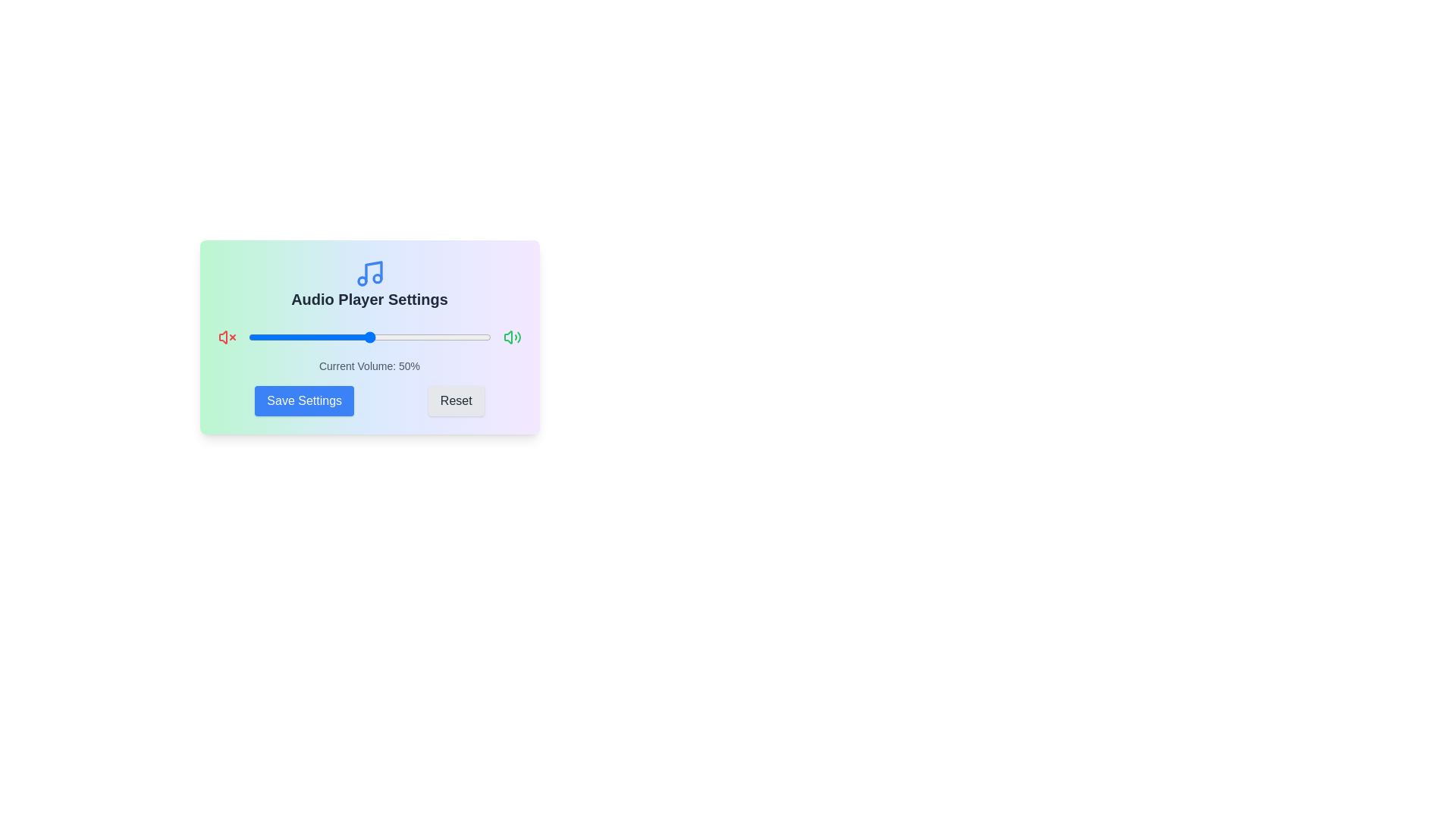 The width and height of the screenshot is (1456, 819). What do you see at coordinates (369, 284) in the screenshot?
I see `the 'Audio Player Settings' title section, which includes a blue musical note icon and bold text, located at the top-center of the user interface card` at bounding box center [369, 284].